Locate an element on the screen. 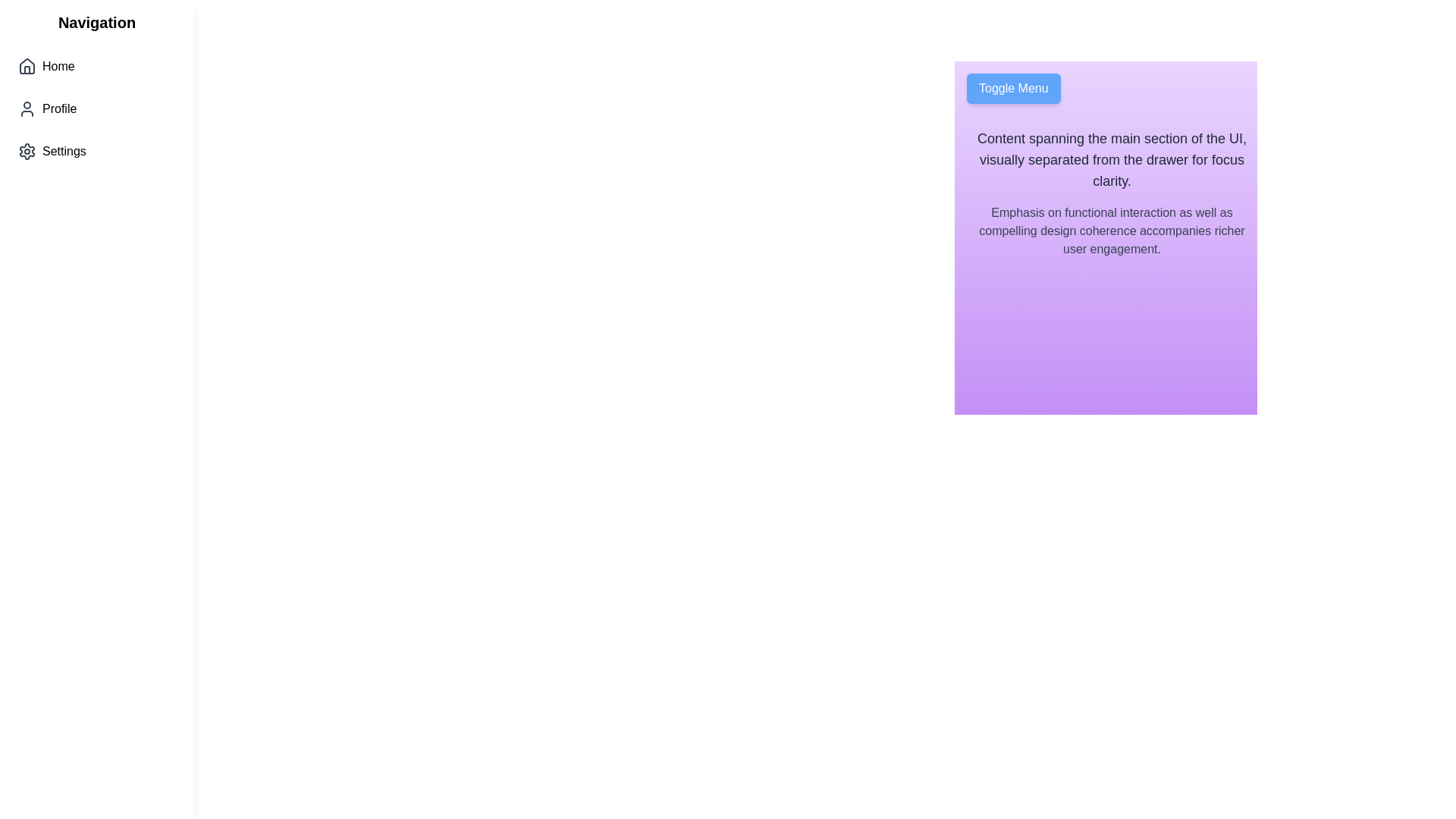 This screenshot has height=819, width=1456. the 'Profile' text label in the sidebar navigation menu, which is the second element below 'Home' and above 'Settings' is located at coordinates (59, 108).